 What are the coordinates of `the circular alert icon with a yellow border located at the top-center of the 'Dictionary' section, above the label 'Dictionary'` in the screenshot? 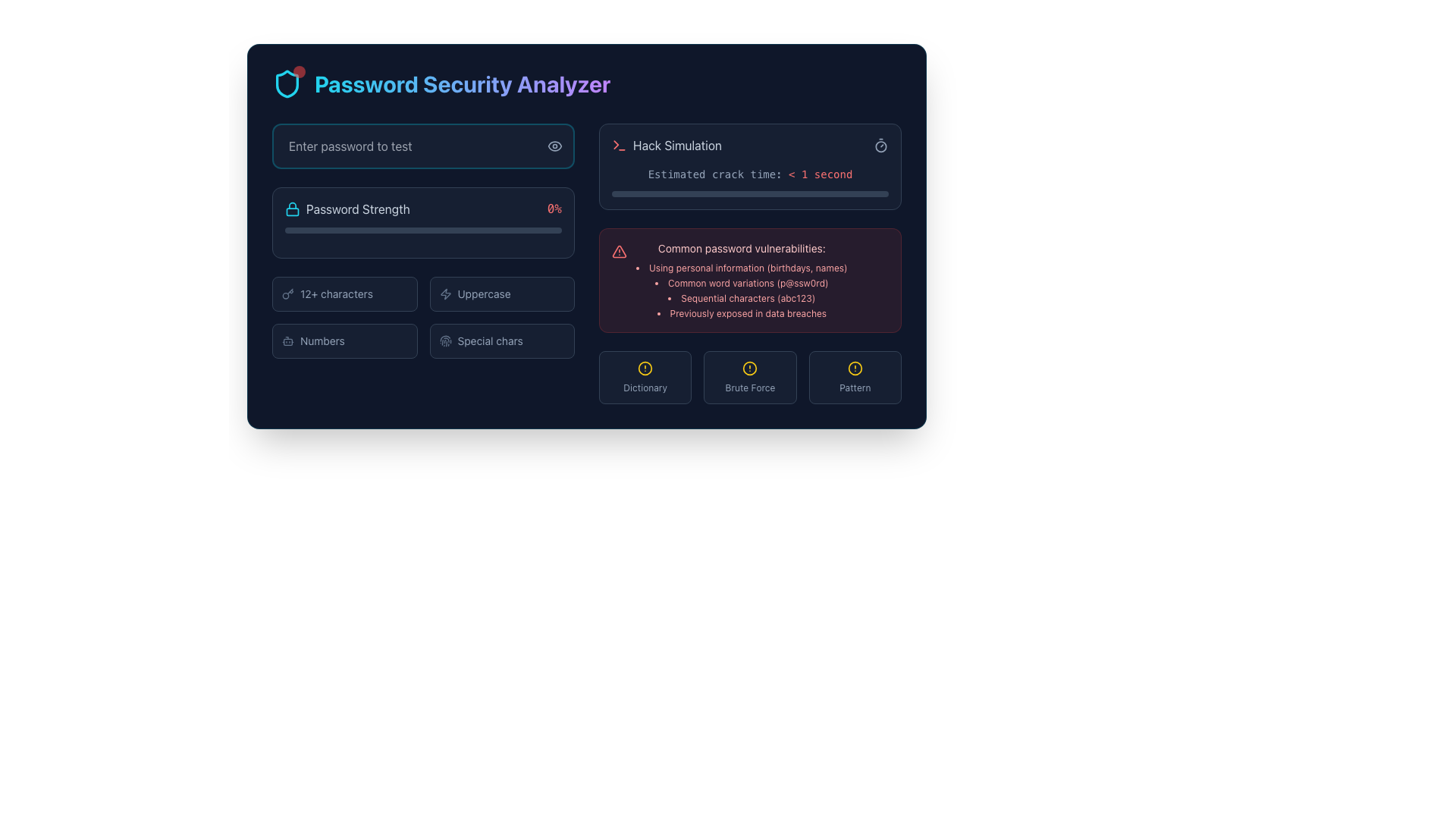 It's located at (645, 369).